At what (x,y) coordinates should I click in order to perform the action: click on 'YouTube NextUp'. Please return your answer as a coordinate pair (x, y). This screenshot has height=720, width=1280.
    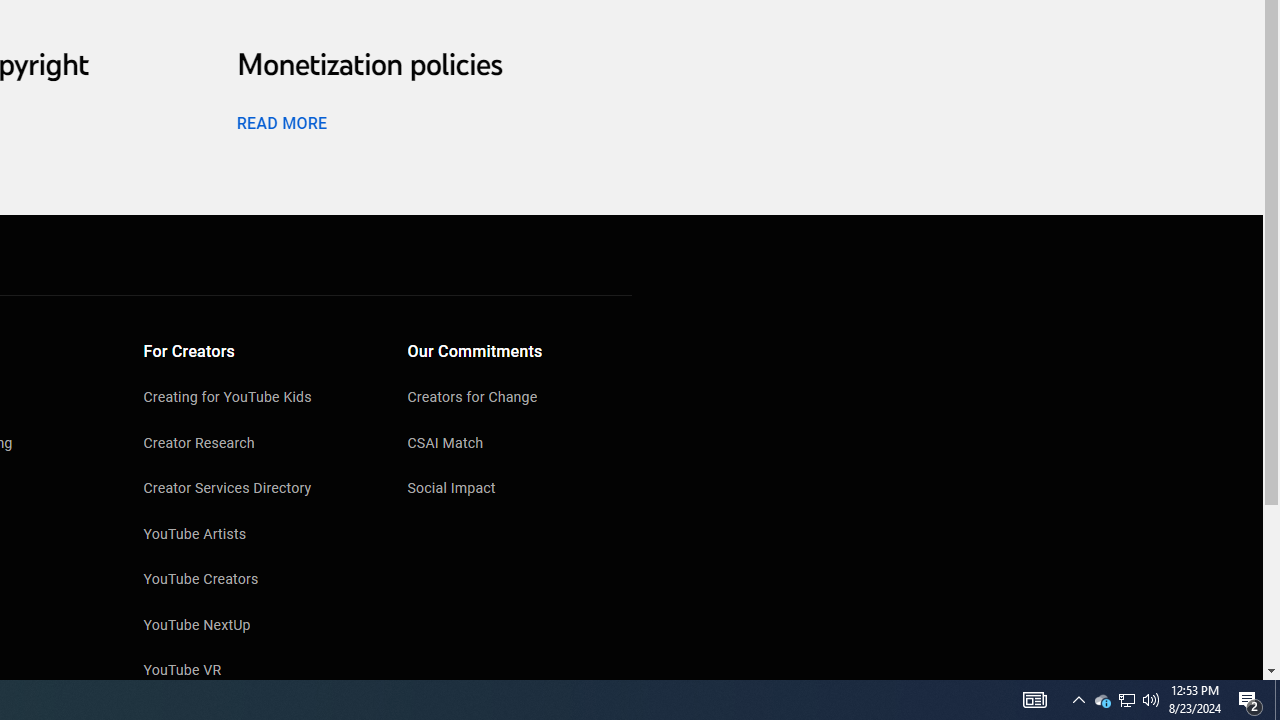
    Looking at the image, I should click on (255, 626).